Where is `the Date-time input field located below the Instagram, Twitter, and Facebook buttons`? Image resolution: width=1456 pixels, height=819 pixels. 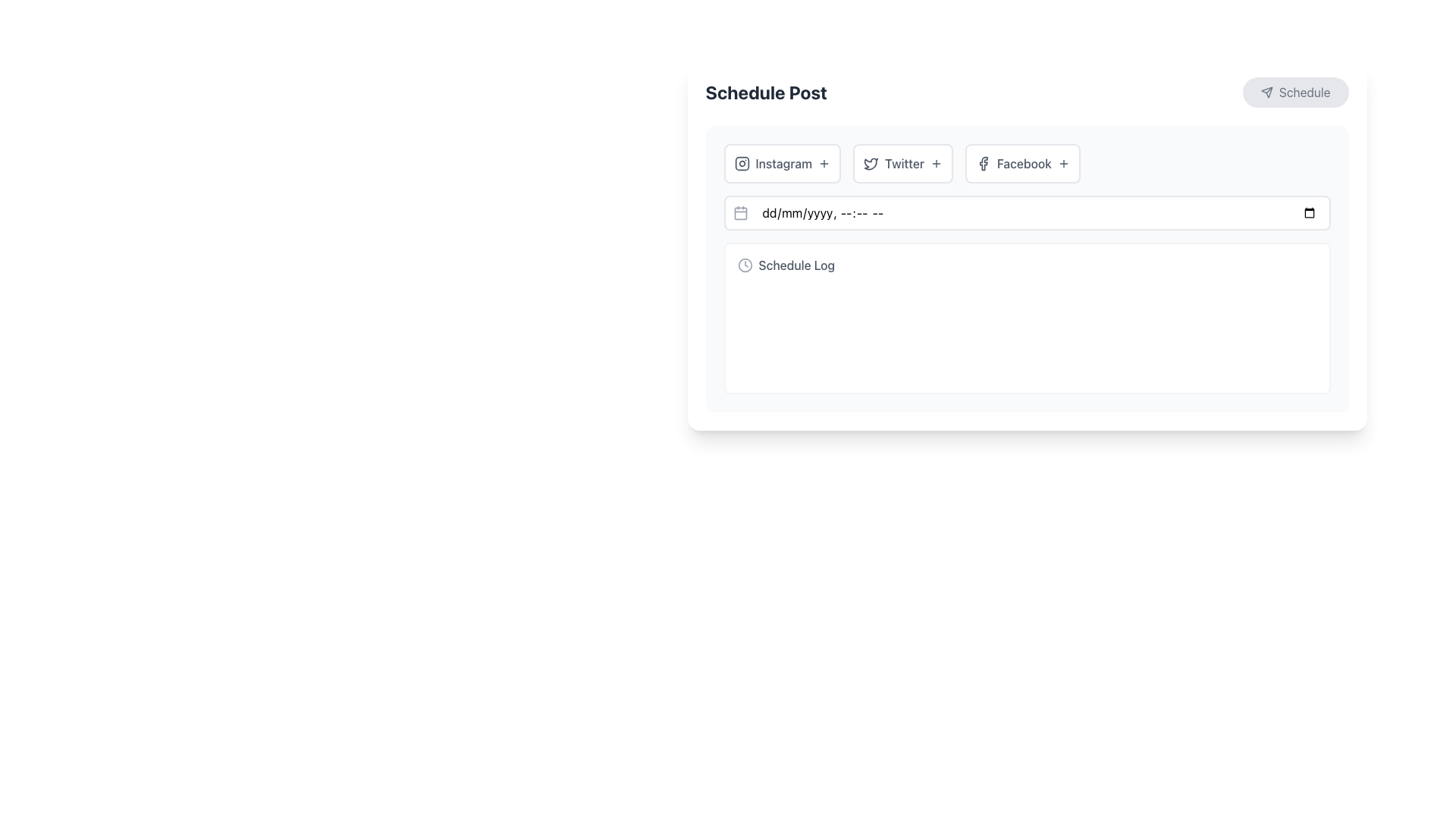 the Date-time input field located below the Instagram, Twitter, and Facebook buttons is located at coordinates (1027, 213).